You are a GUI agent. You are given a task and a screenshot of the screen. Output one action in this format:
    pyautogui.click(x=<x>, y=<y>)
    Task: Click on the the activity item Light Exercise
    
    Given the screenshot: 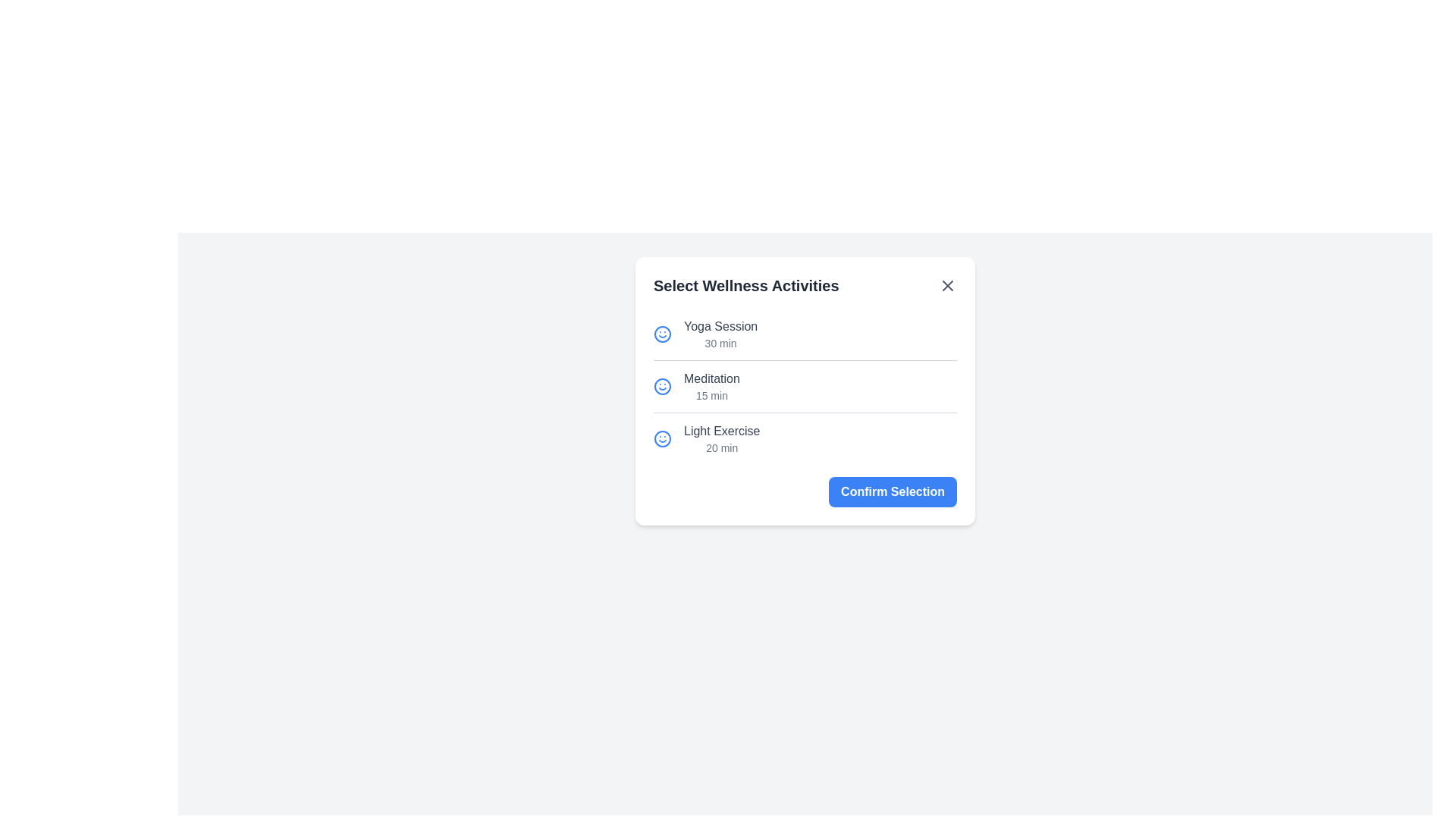 What is the action you would take?
    pyautogui.click(x=705, y=438)
    